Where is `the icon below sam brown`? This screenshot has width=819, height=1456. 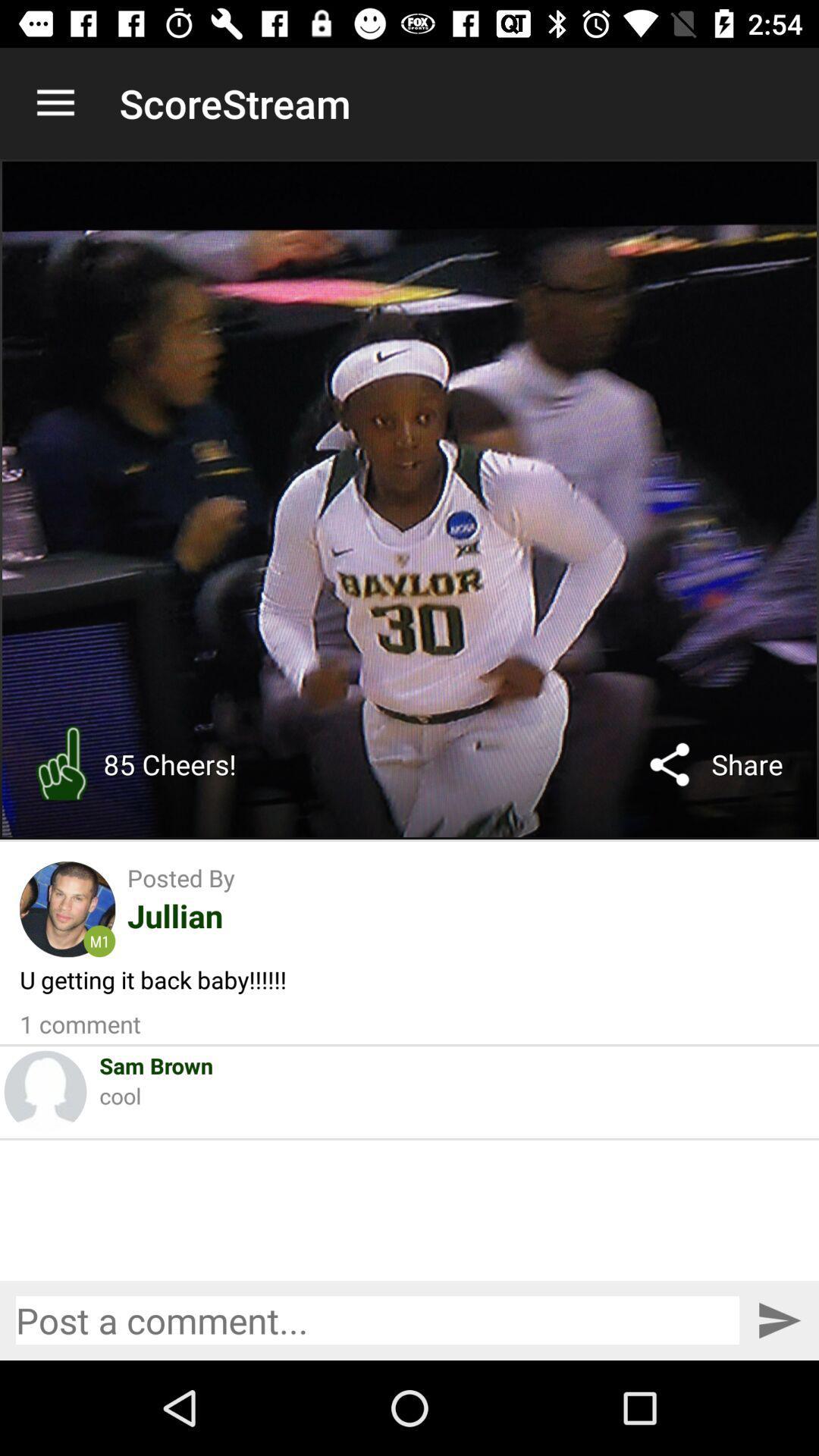
the icon below sam brown is located at coordinates (119, 1095).